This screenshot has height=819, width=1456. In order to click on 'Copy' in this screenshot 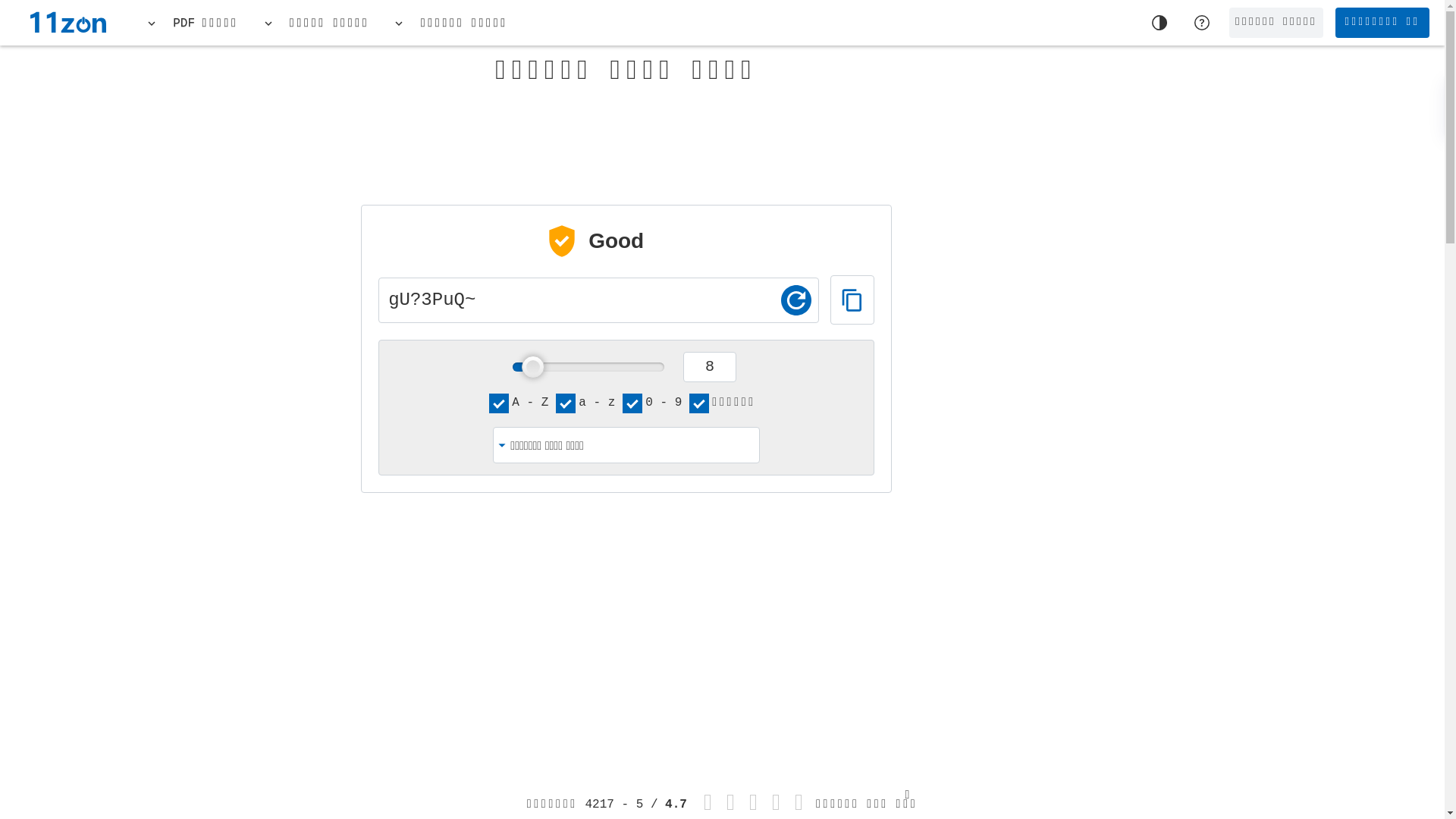, I will do `click(852, 300)`.